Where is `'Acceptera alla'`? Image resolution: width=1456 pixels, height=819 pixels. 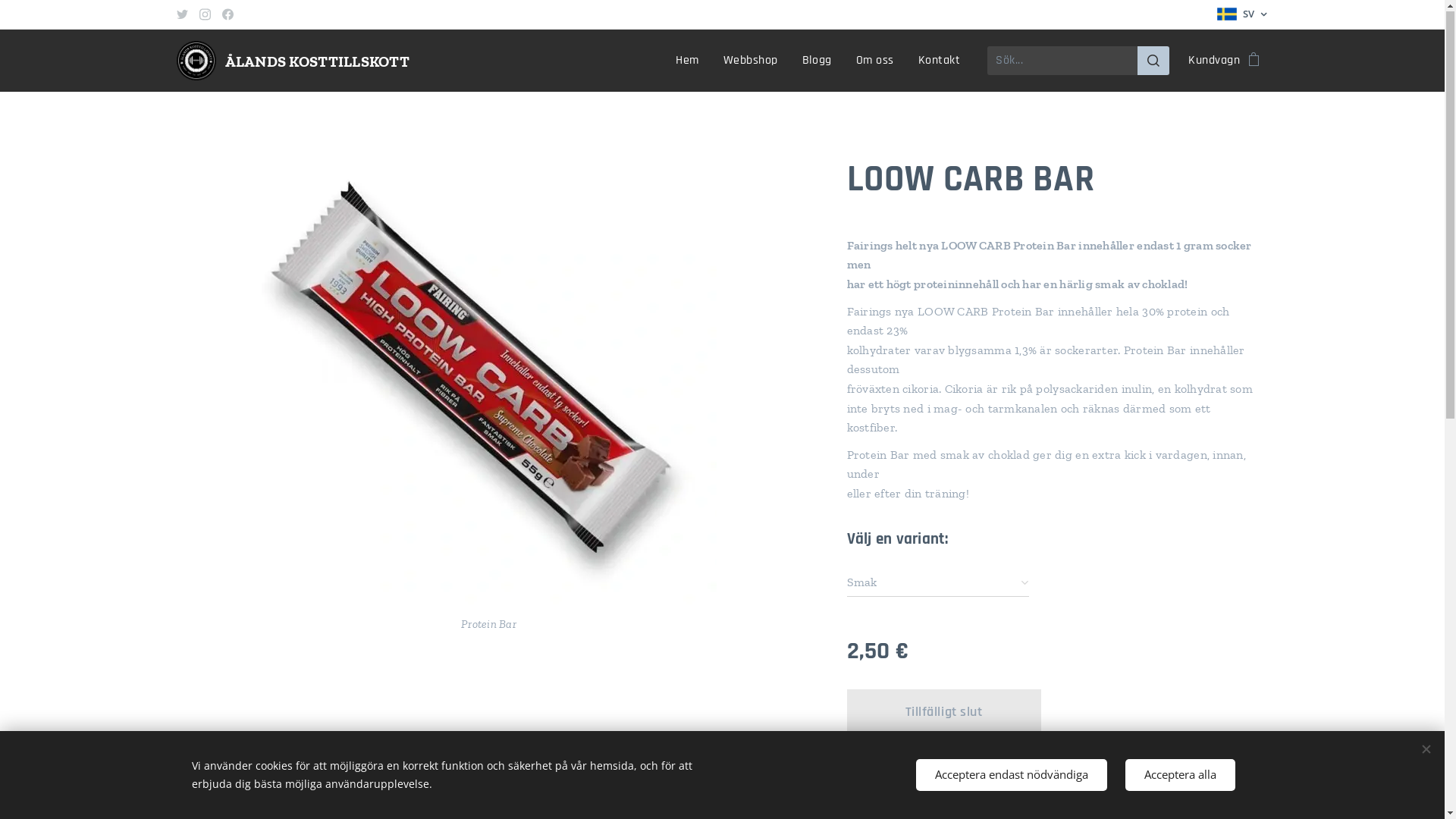
'Acceptera alla' is located at coordinates (1179, 775).